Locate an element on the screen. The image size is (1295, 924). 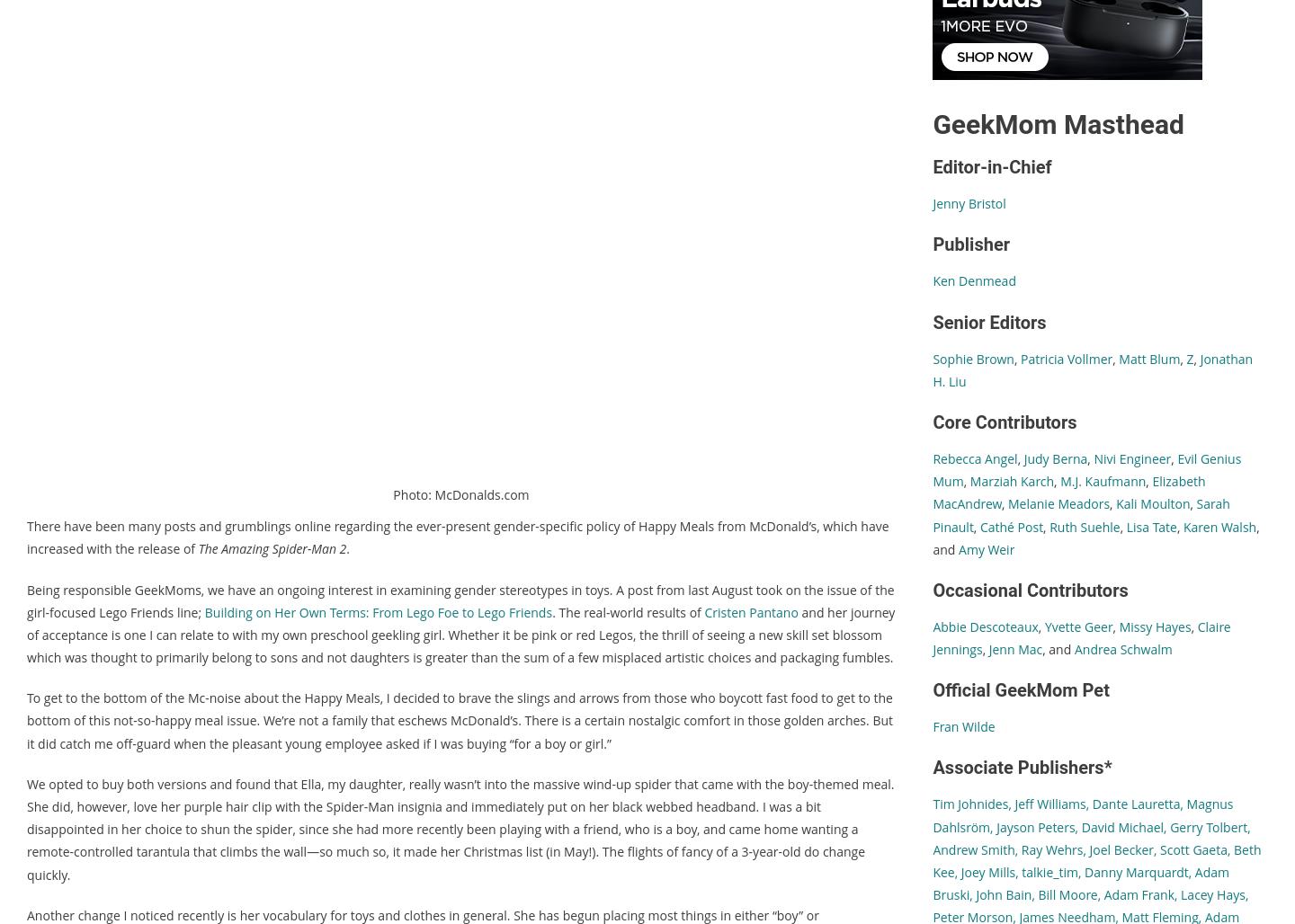
'and her journey of acceptance is one I can relate to with my own preschool geekling girl. Whether it be pink or red Legos, the thrill of seeing a new skill set blossom which was thought to primarily belong to sons and not daughters is greater than the sum of a few misplaced artistic choices and packaging fumbles.' is located at coordinates (460, 635).